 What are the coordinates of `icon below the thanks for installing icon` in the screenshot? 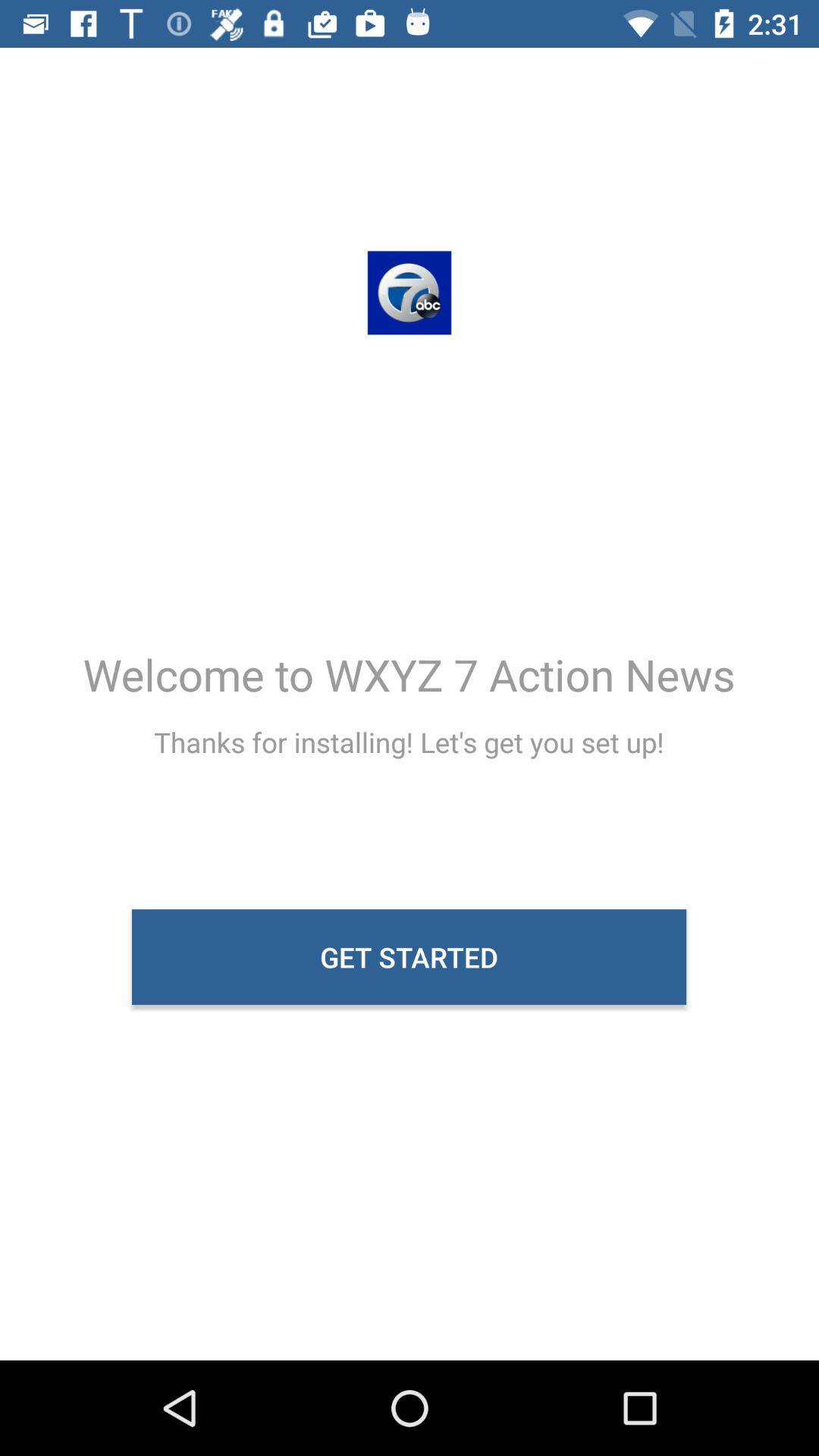 It's located at (408, 956).